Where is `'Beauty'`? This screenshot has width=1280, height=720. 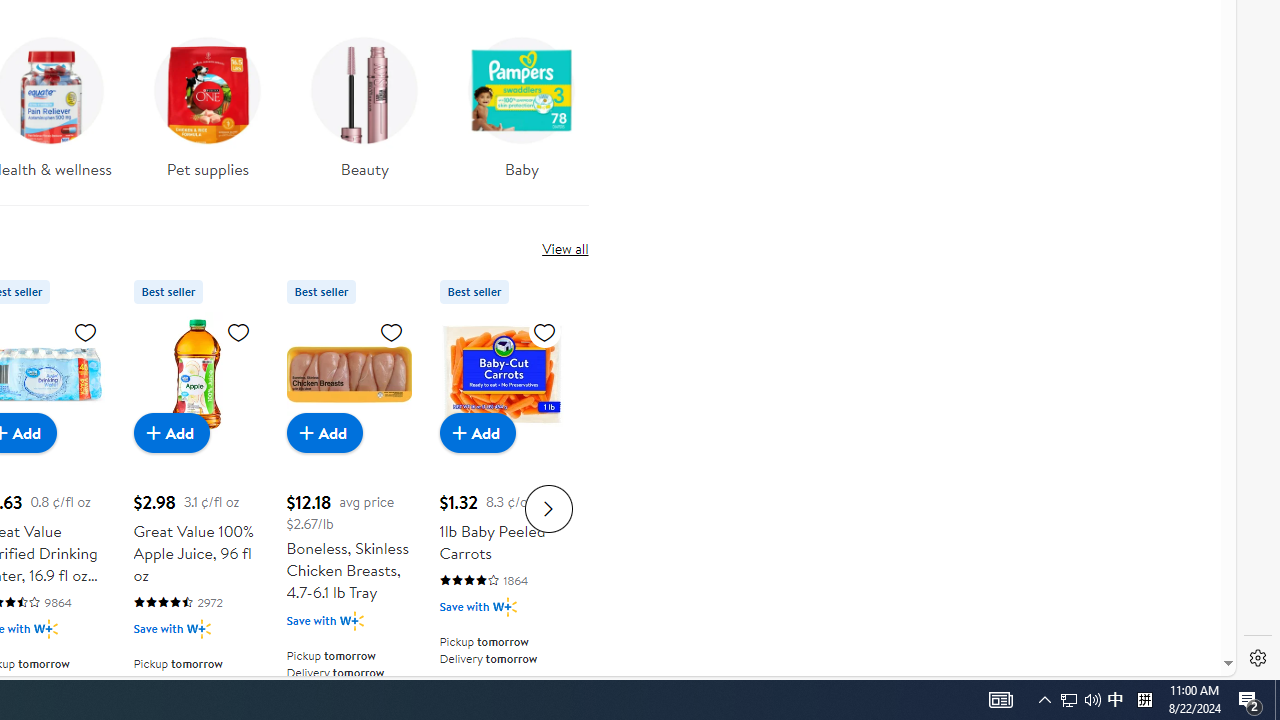 'Beauty' is located at coordinates (365, 101).